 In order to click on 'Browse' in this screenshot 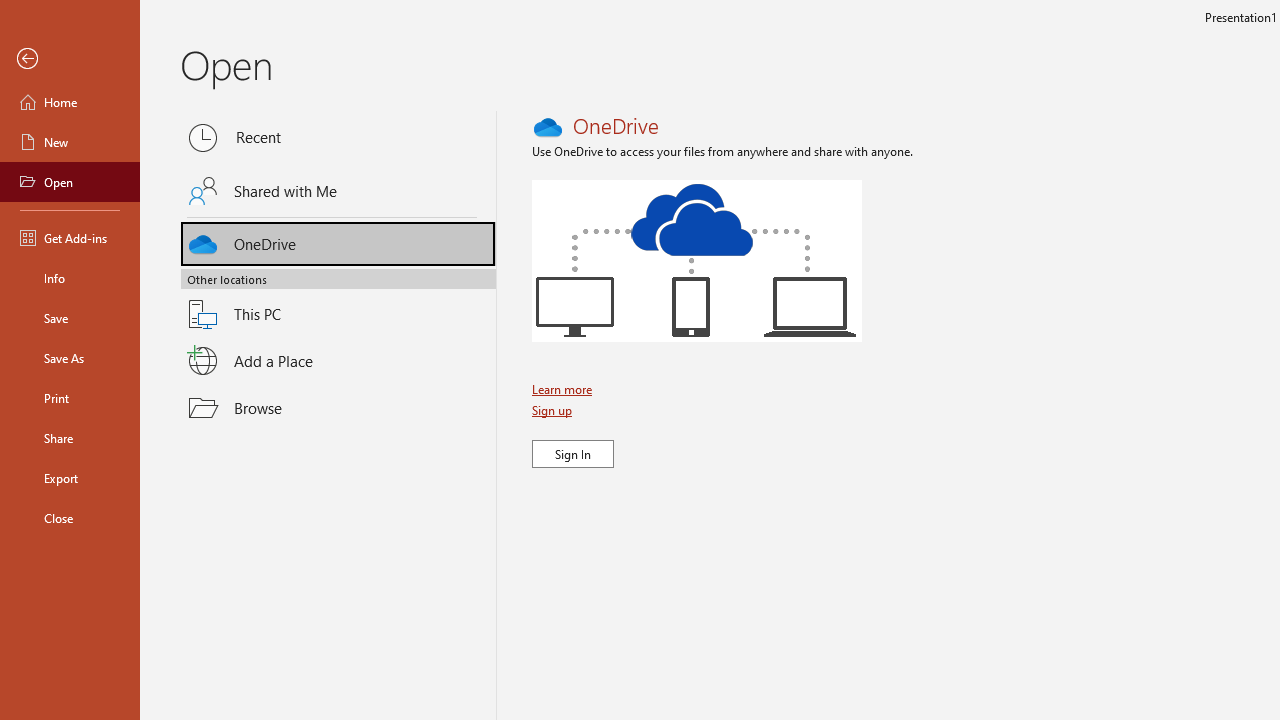, I will do `click(338, 406)`.